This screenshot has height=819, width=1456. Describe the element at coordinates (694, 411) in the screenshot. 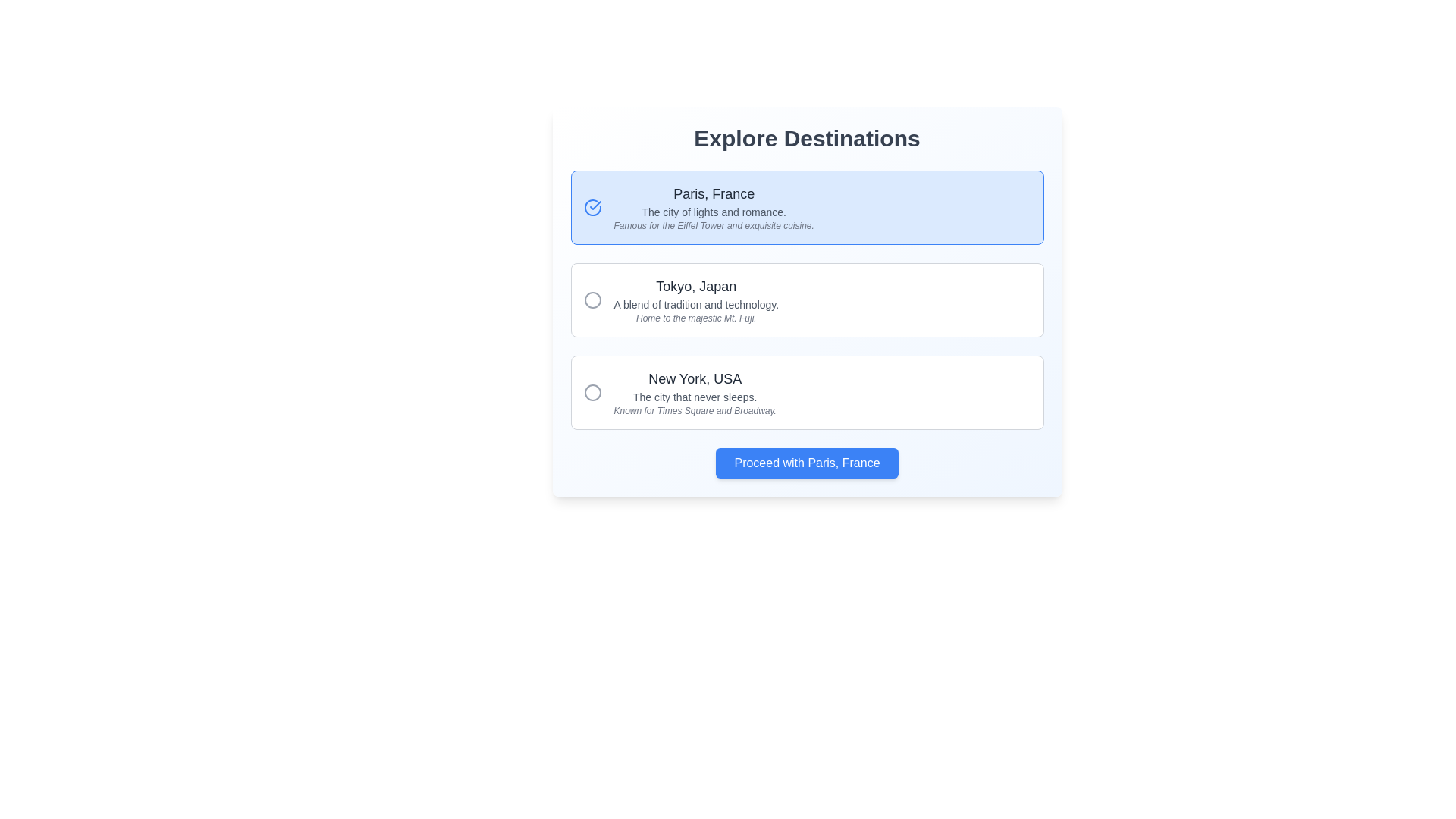

I see `the static text label that reads 'Known for Times Square and Broadway.' located below the other text elements about New York, USA` at that location.